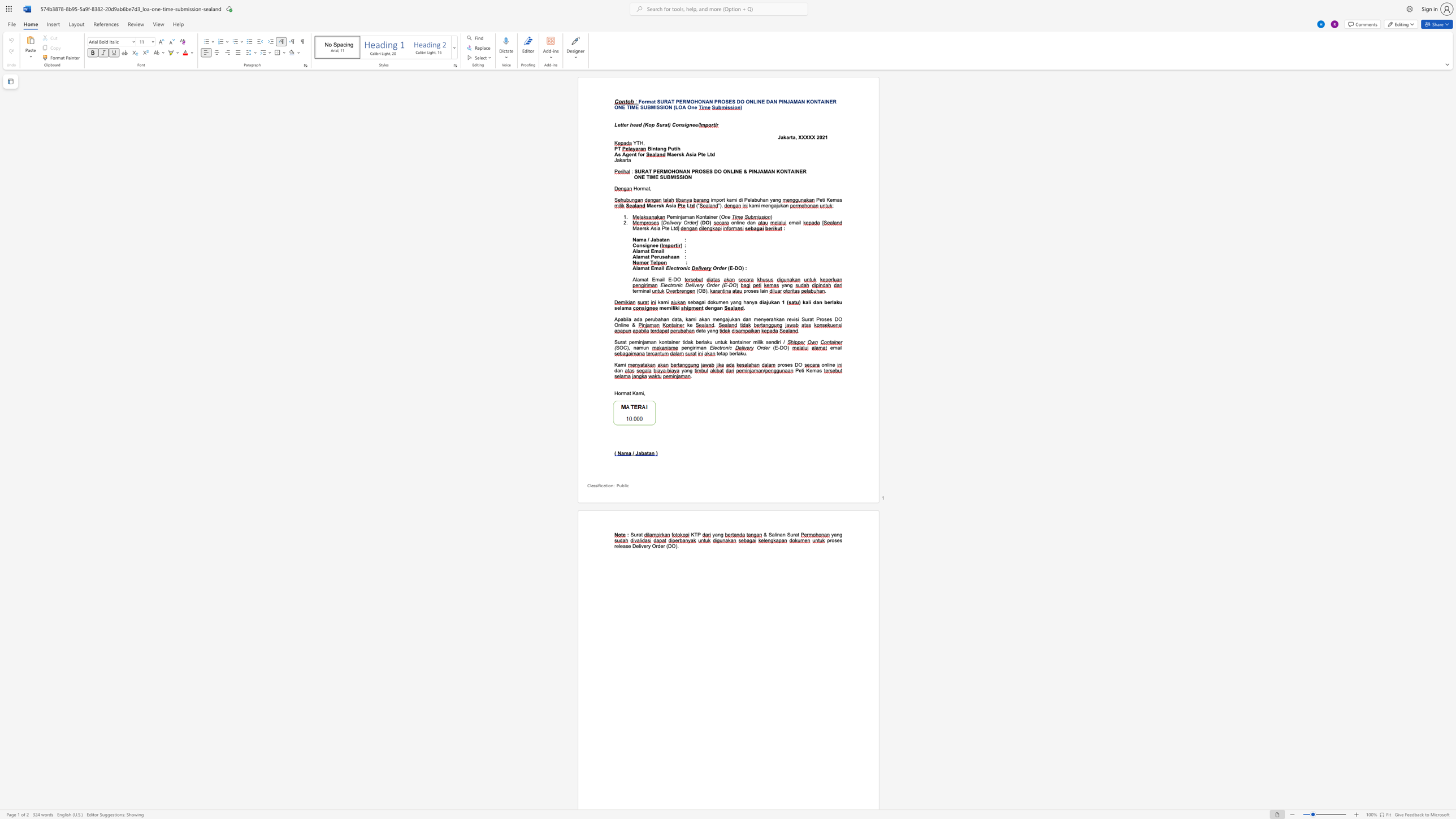  I want to click on the subset text "Hor" within the text "Hormat Kami,", so click(614, 392).